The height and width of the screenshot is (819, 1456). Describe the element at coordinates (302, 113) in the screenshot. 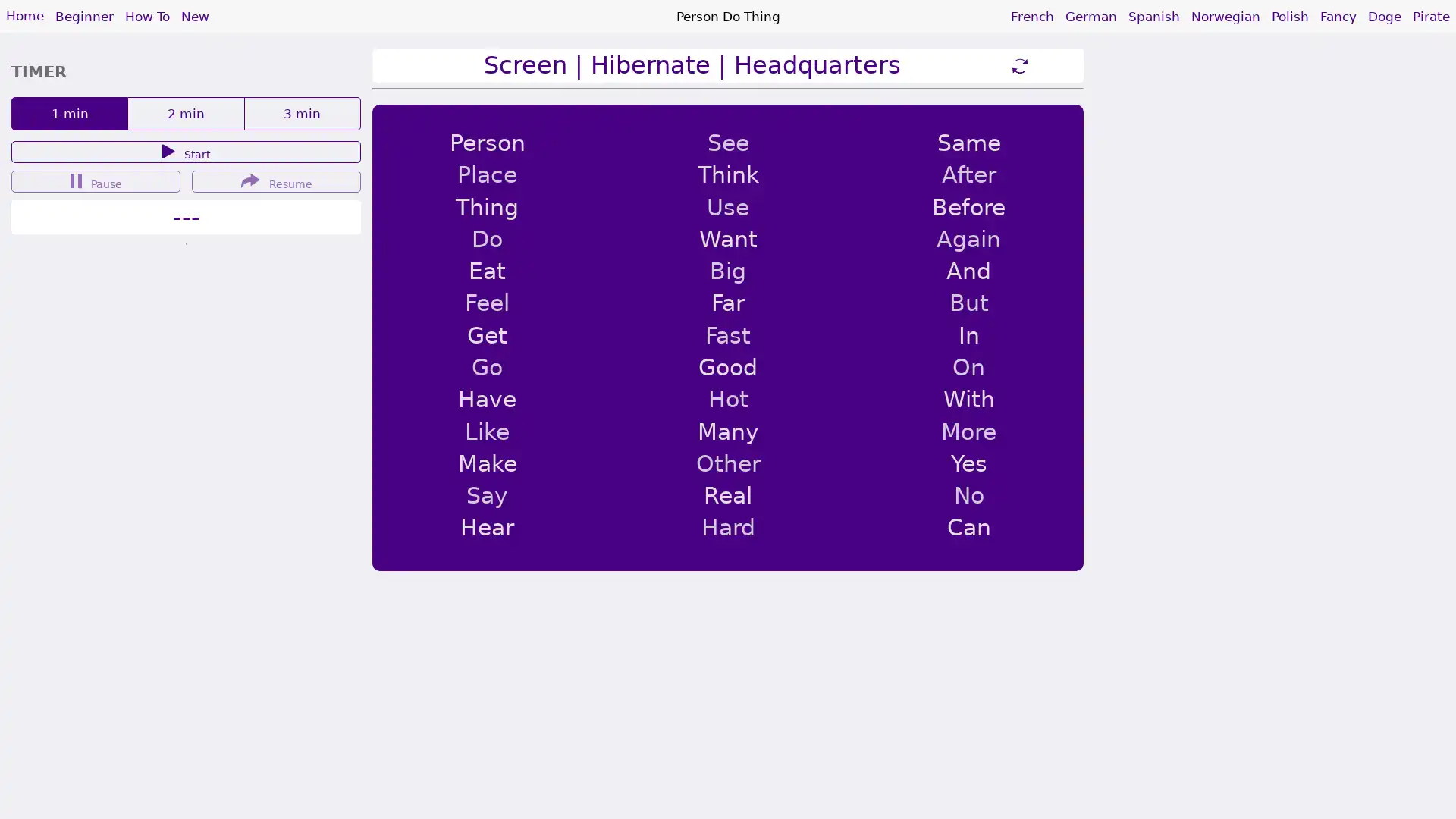

I see `3 min` at that location.